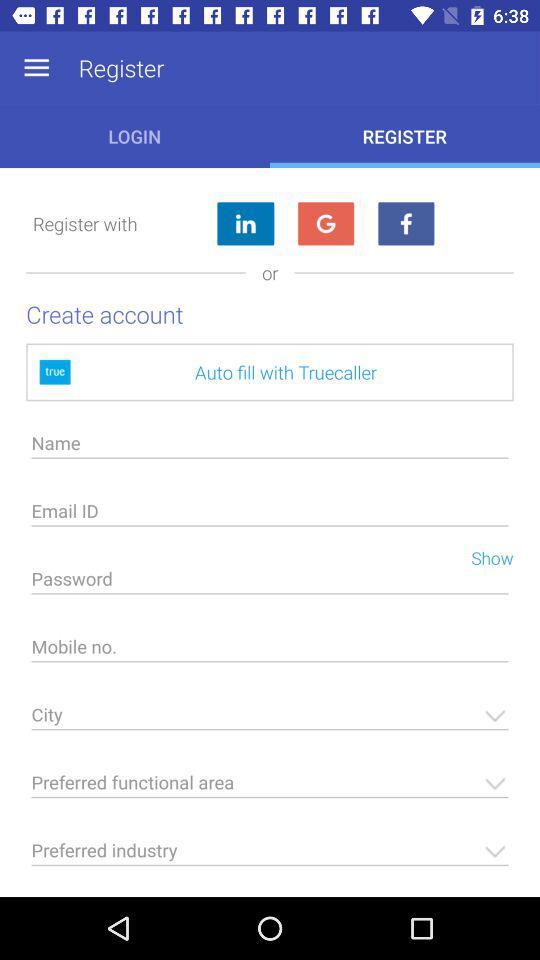  What do you see at coordinates (270, 371) in the screenshot?
I see `the auto fill with icon` at bounding box center [270, 371].